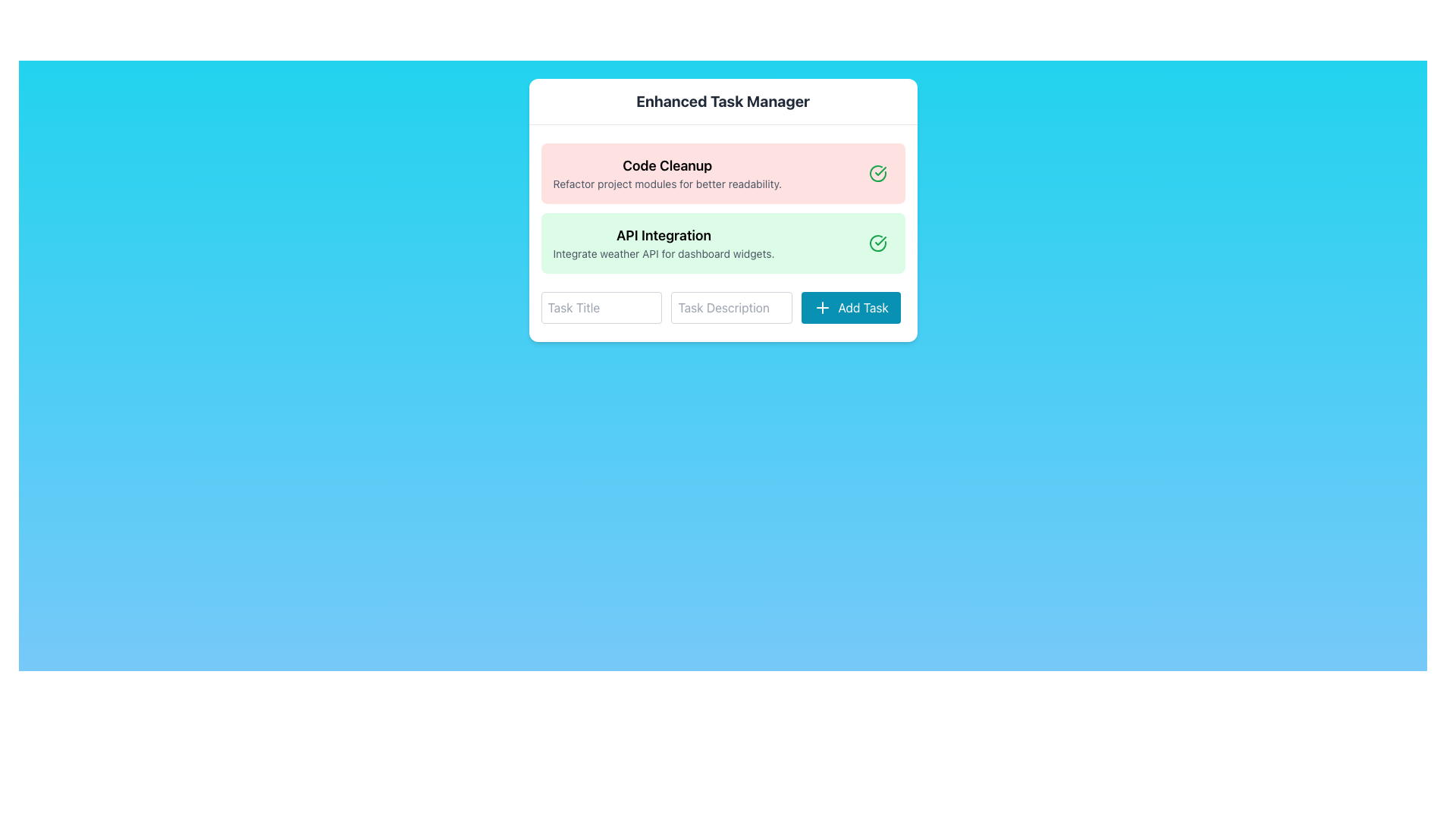  What do you see at coordinates (664, 236) in the screenshot?
I see `the prominent text label 'API Integration' which is styled in a large bold font and located centrally within its task card` at bounding box center [664, 236].